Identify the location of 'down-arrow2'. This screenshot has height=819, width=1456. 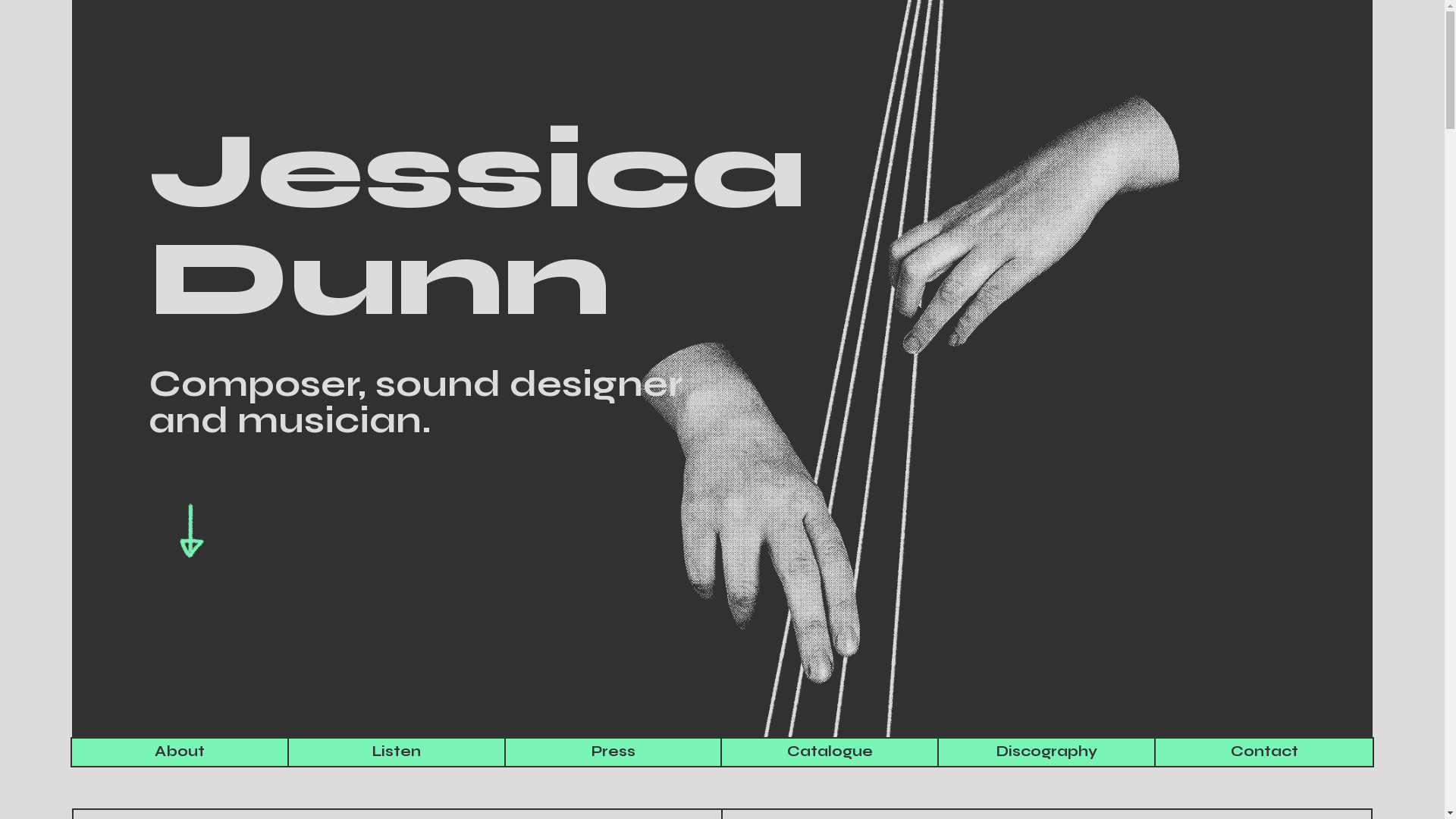
(191, 531).